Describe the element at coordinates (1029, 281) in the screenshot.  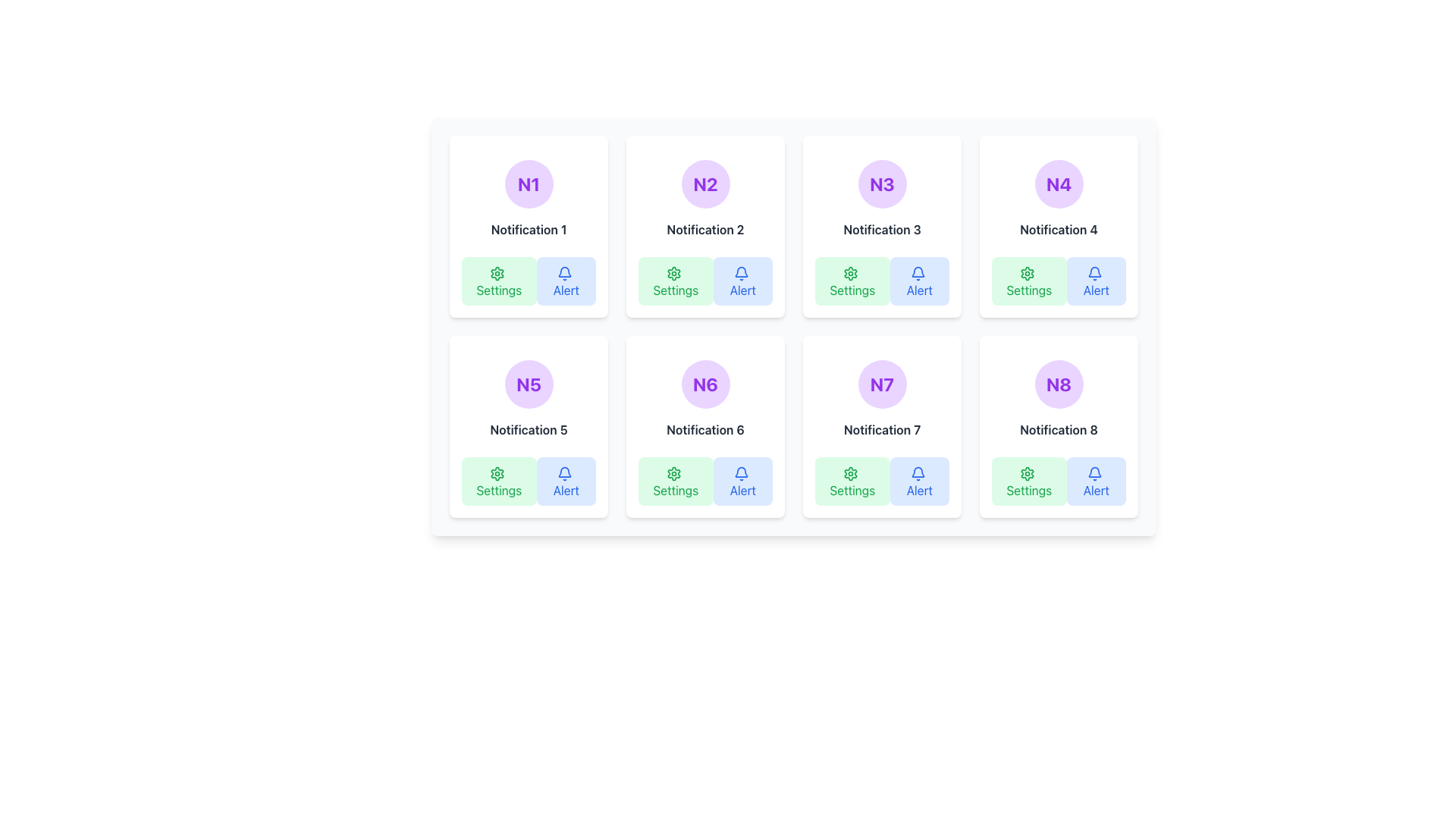
I see `the 'Settings' button with green background and cogwheel icon located in the fourth notification card titled 'Notification 4'` at that location.